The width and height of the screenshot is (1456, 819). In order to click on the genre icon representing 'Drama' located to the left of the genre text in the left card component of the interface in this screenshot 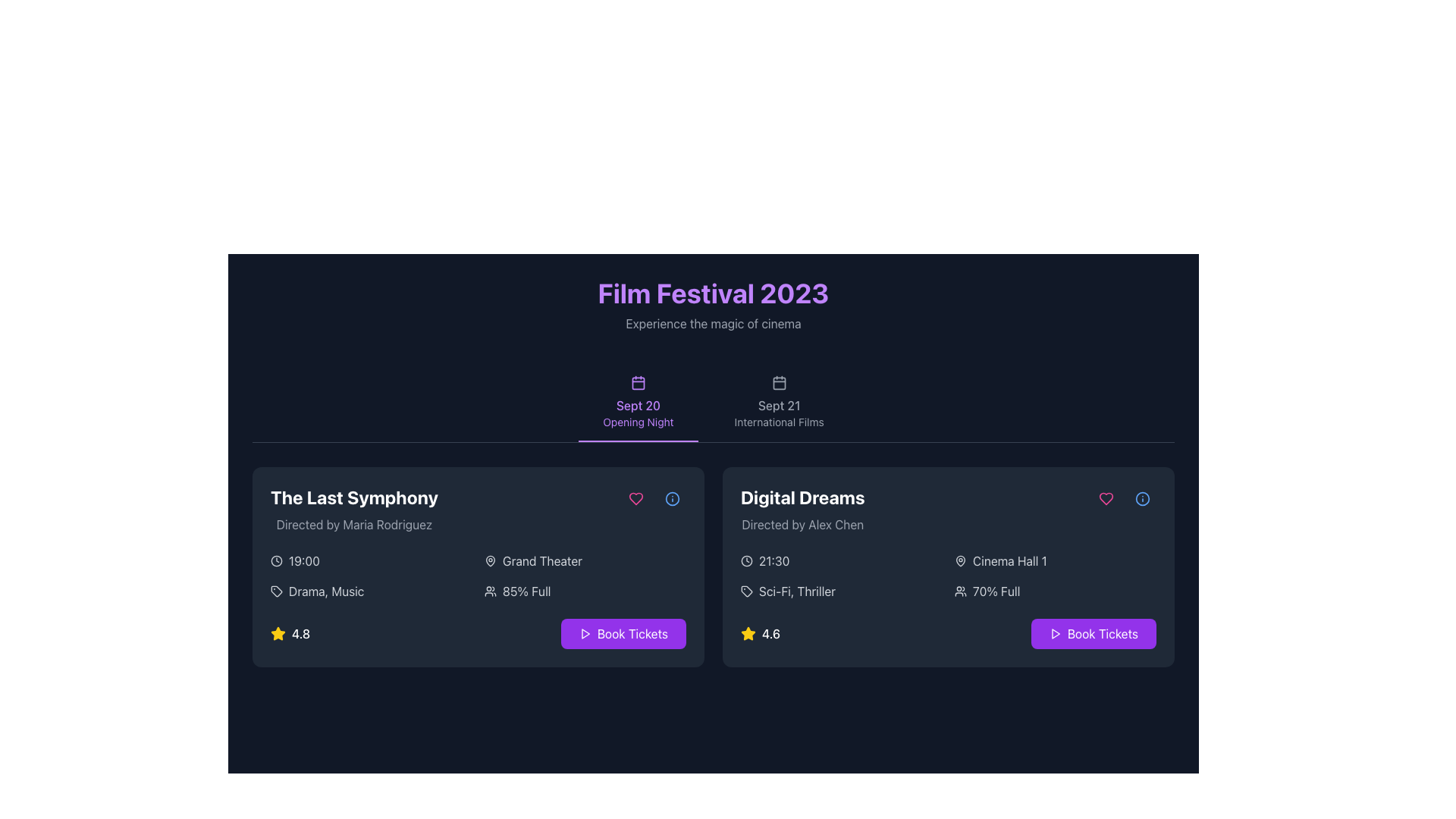, I will do `click(276, 590)`.